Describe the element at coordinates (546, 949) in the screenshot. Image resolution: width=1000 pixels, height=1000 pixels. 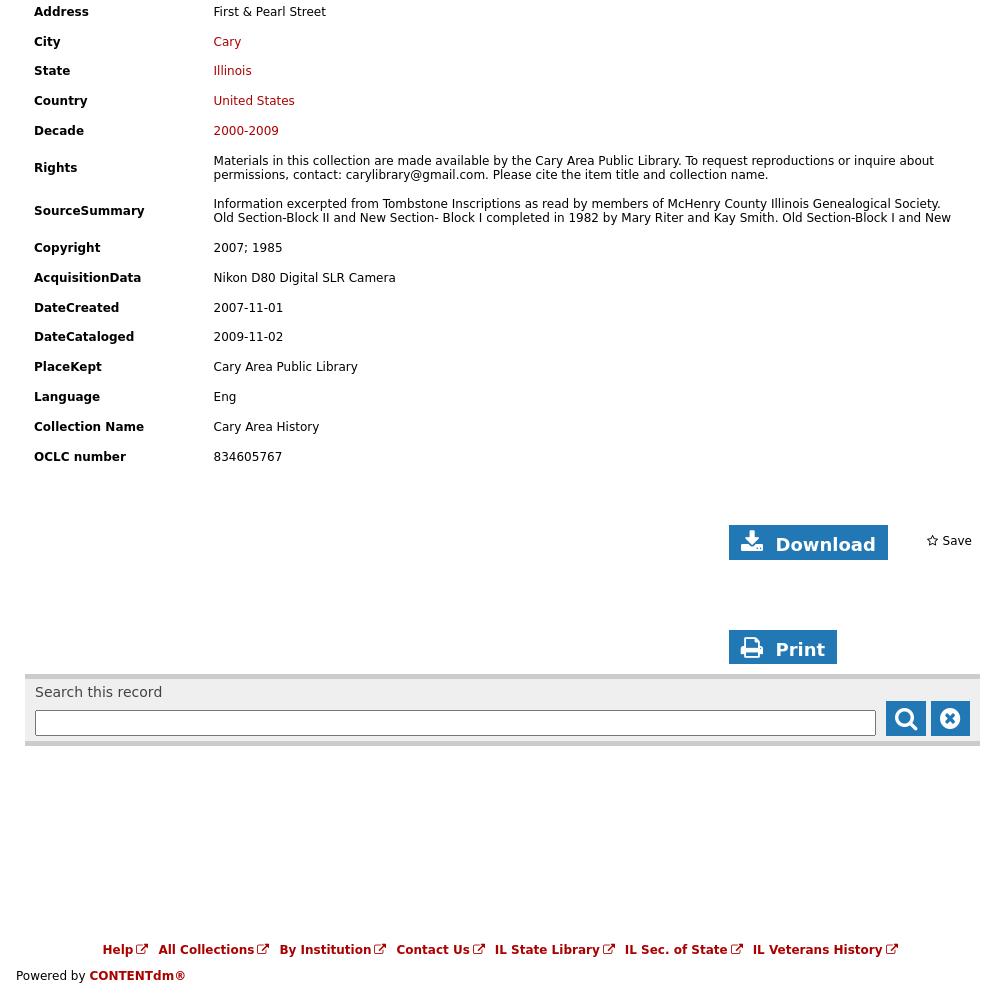
I see `'IL State Library'` at that location.